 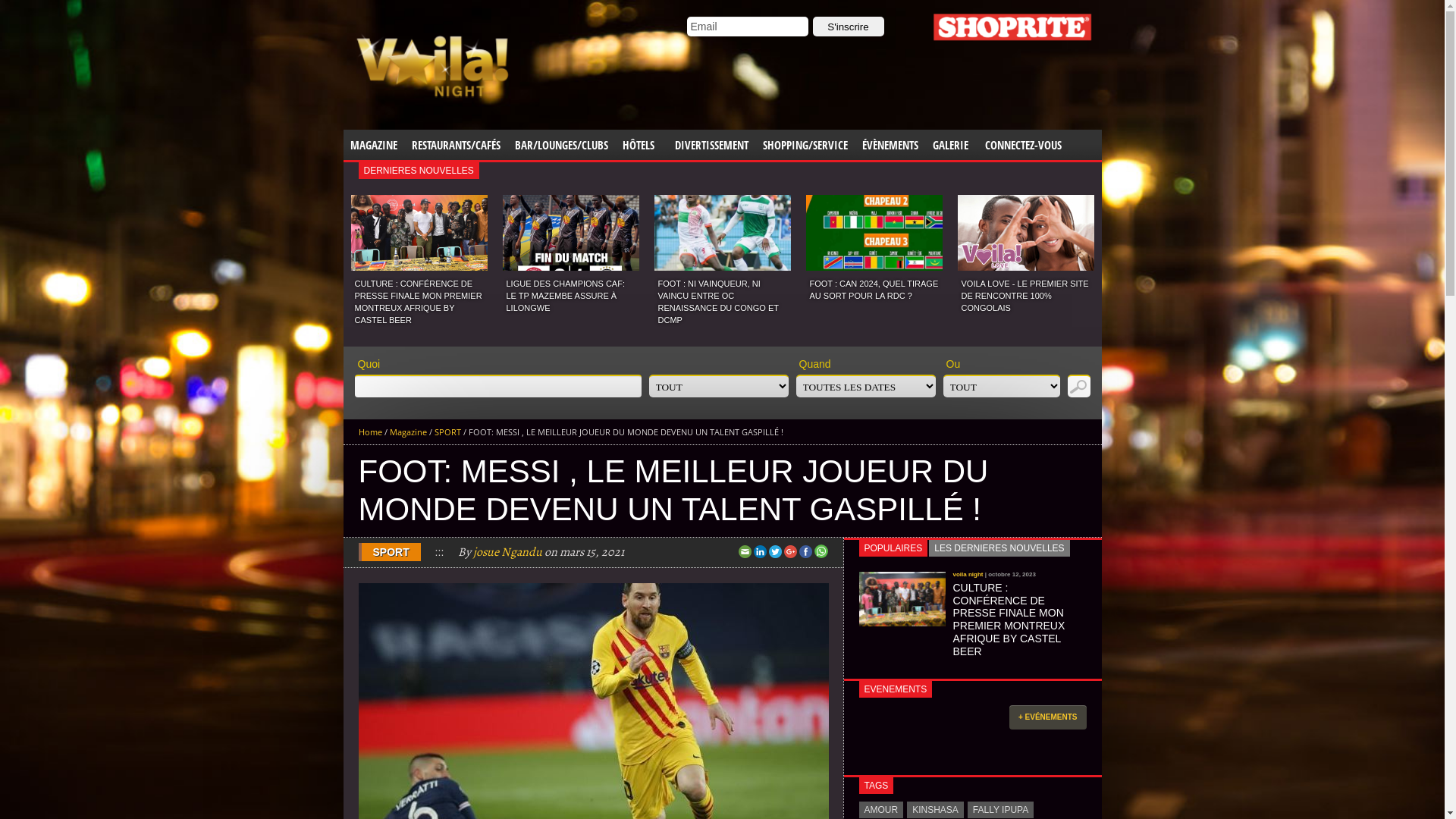 I want to click on 'Facebook', so click(x=806, y=551).